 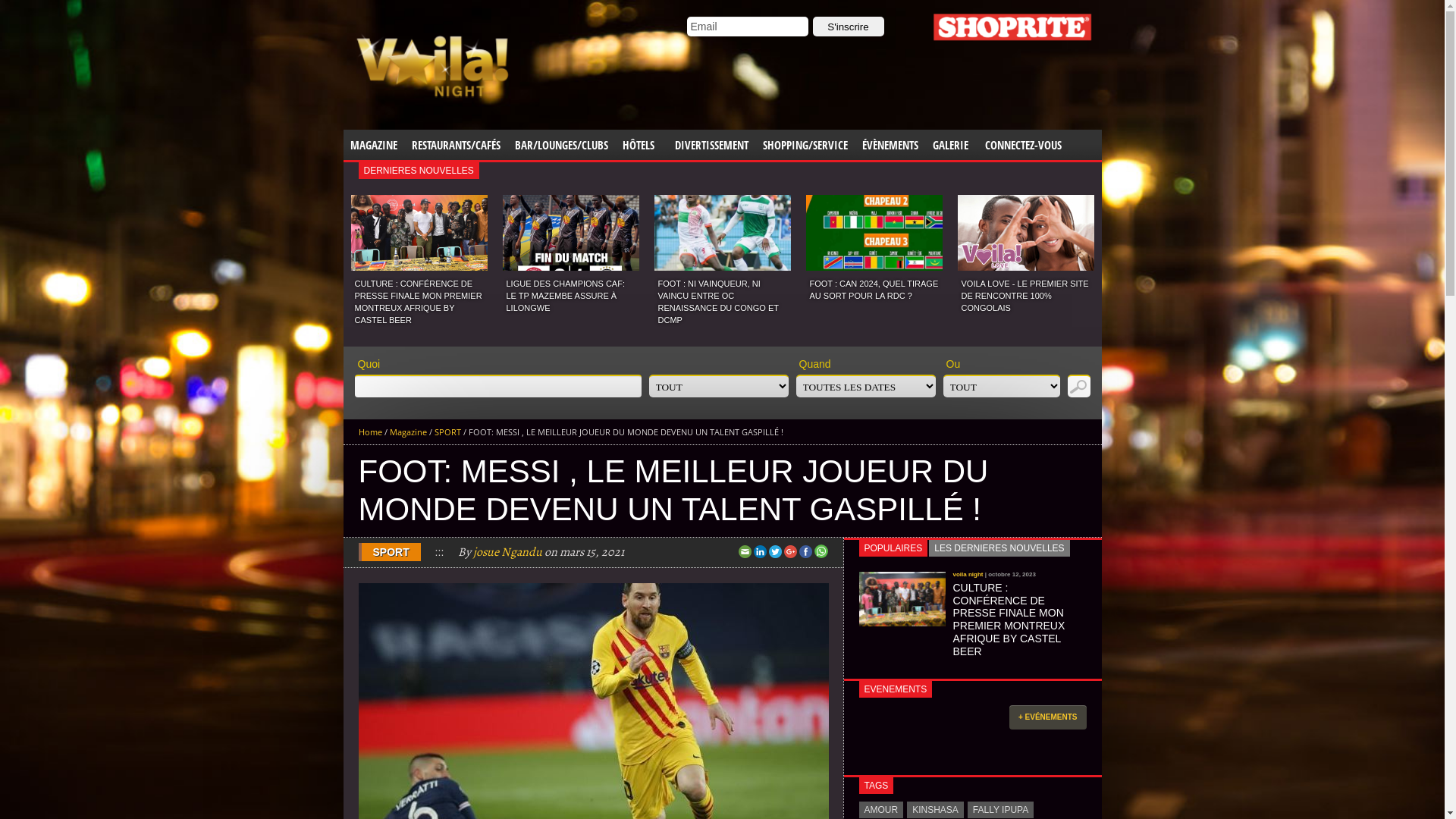 I want to click on 'Facebook', so click(x=806, y=551).